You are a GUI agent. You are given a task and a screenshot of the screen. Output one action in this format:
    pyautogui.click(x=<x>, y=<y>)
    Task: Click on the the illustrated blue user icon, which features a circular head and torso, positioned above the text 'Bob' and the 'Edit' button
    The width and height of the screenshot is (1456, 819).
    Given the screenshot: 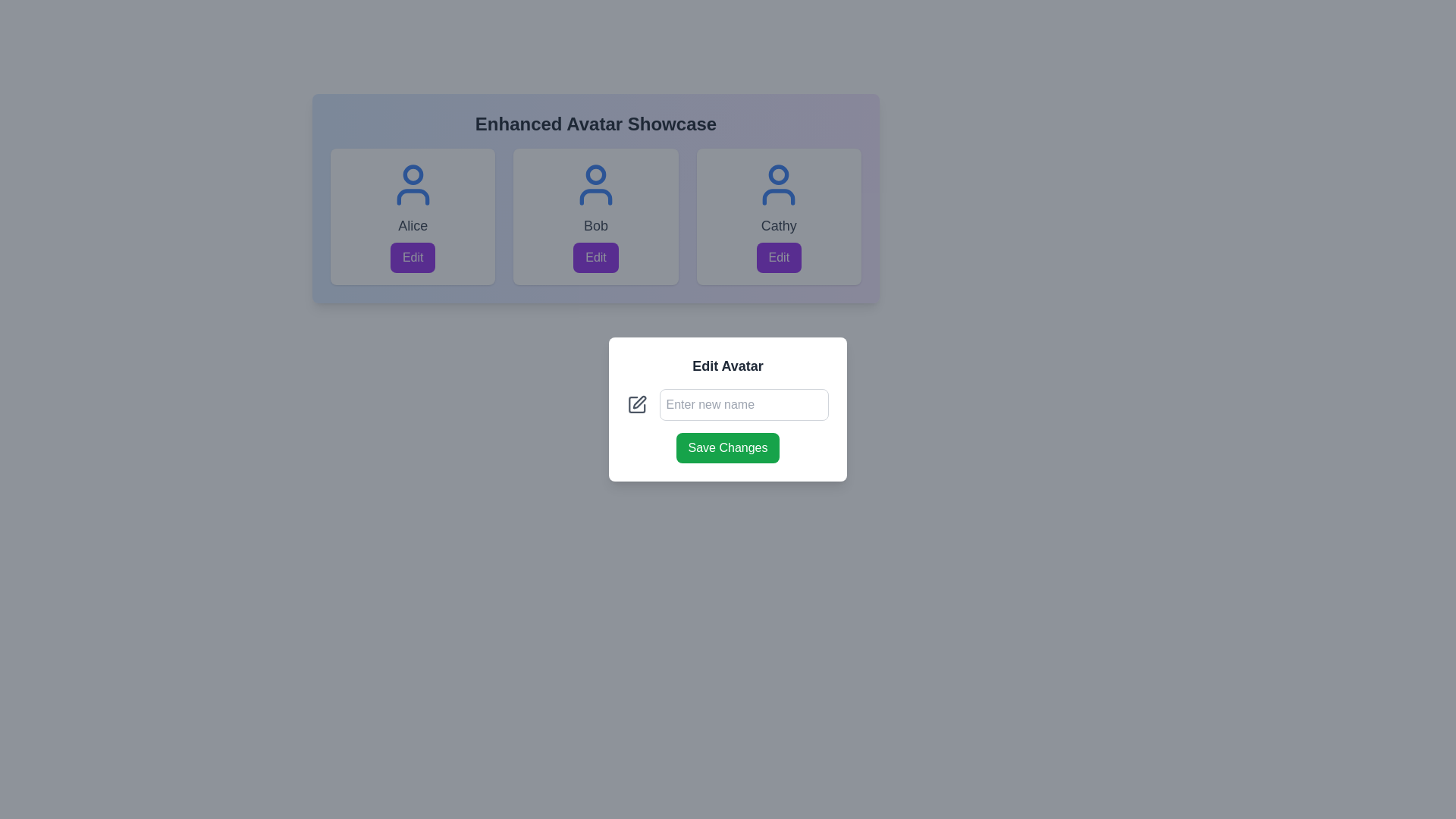 What is the action you would take?
    pyautogui.click(x=595, y=184)
    